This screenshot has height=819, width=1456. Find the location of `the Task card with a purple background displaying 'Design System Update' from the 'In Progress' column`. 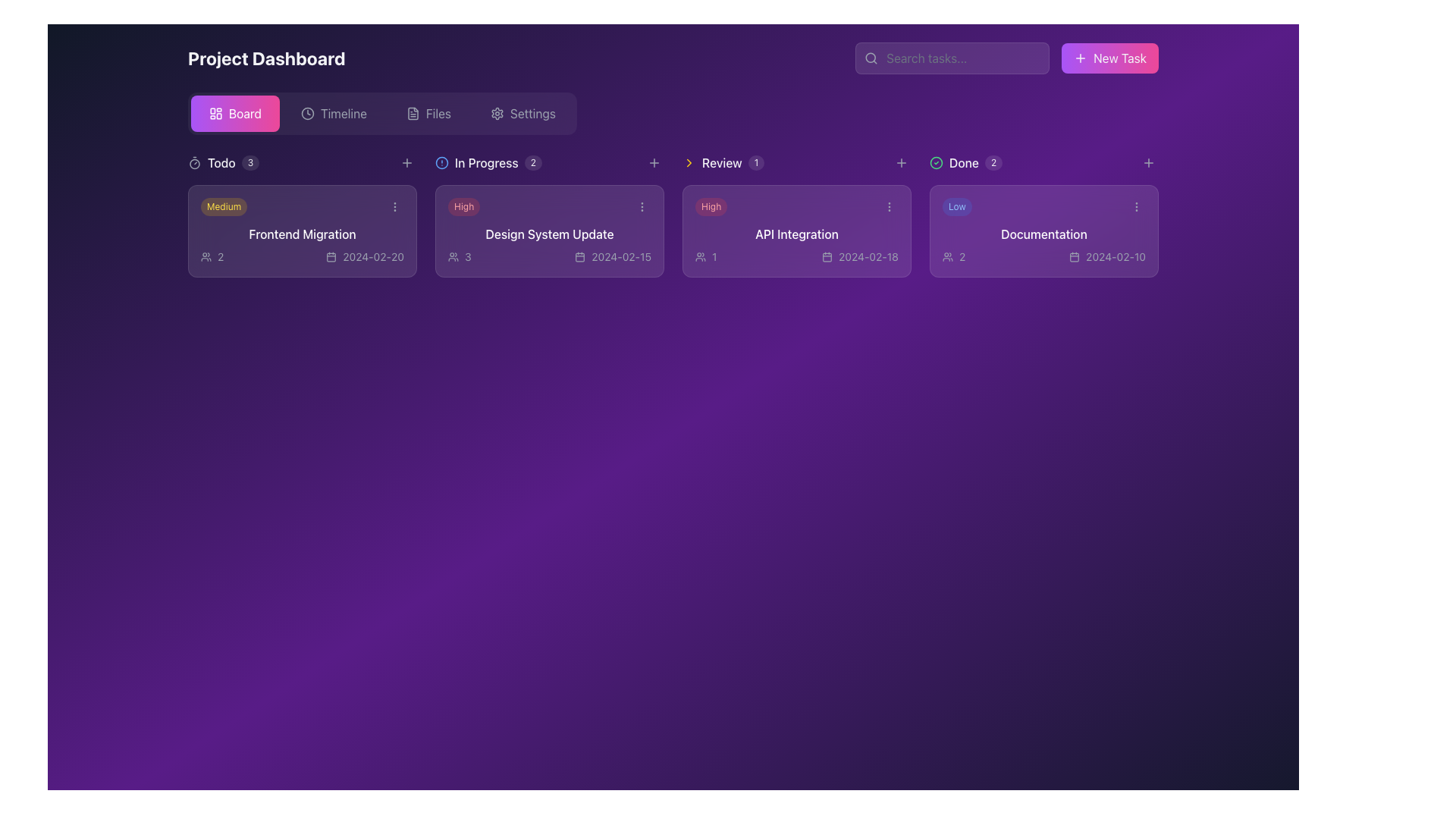

the Task card with a purple background displaying 'Design System Update' from the 'In Progress' column is located at coordinates (548, 215).